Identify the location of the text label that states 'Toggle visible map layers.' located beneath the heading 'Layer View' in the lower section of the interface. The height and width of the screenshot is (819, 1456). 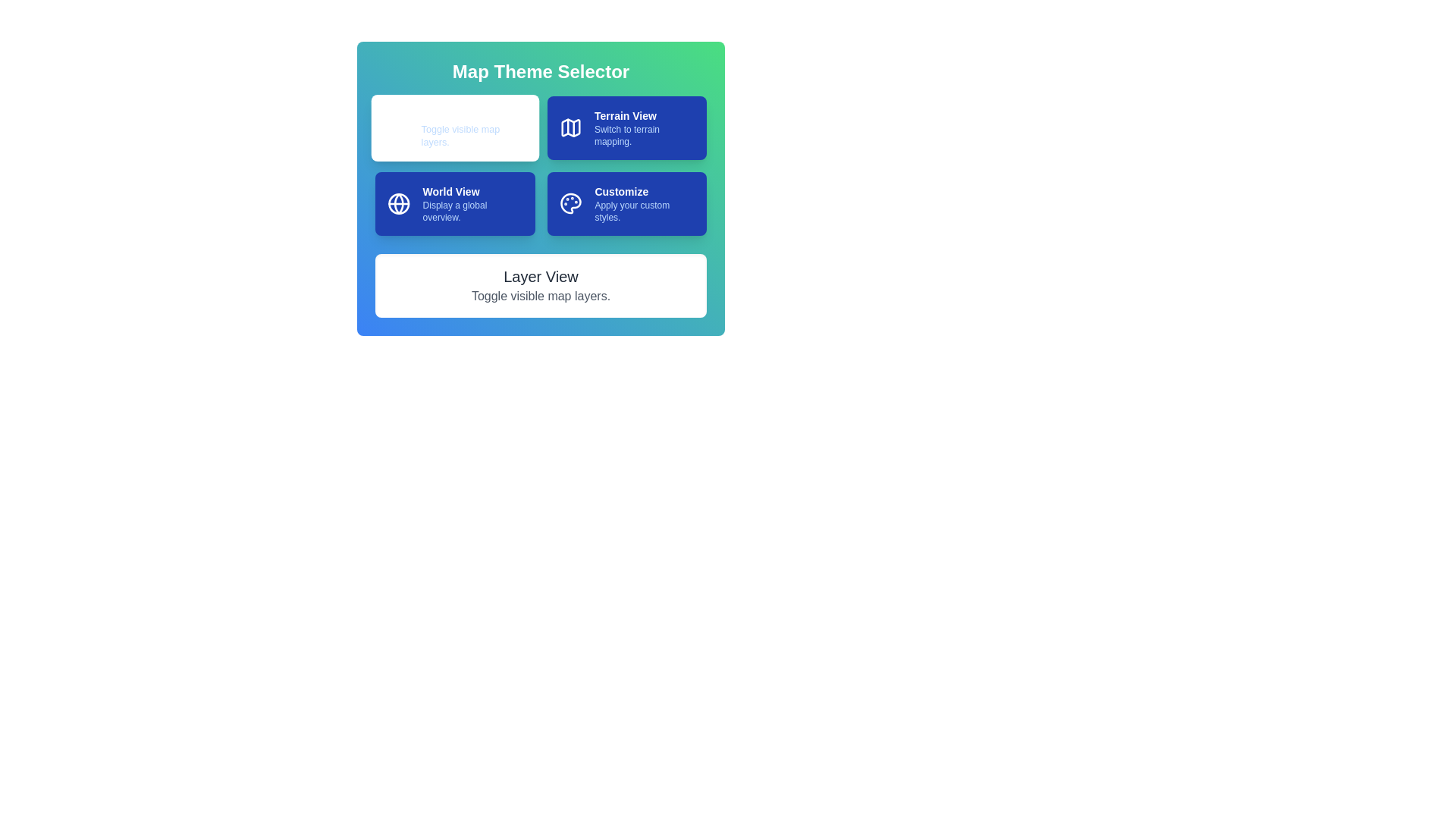
(541, 296).